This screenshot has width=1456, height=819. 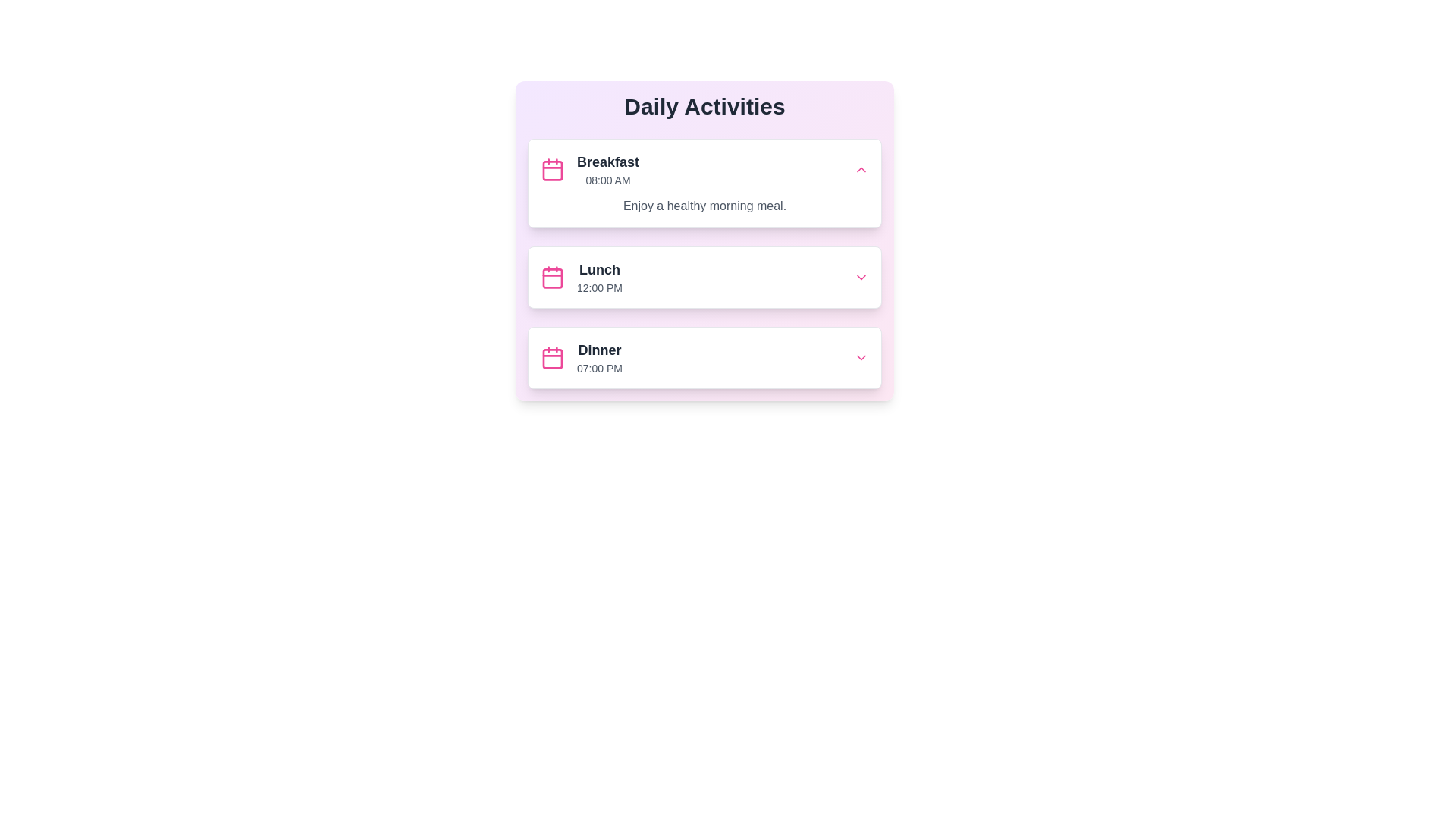 I want to click on the Text Label indicating the scheduled time for the 'Lunch' activity, located in the second box under 'Daily Activities', so click(x=599, y=288).